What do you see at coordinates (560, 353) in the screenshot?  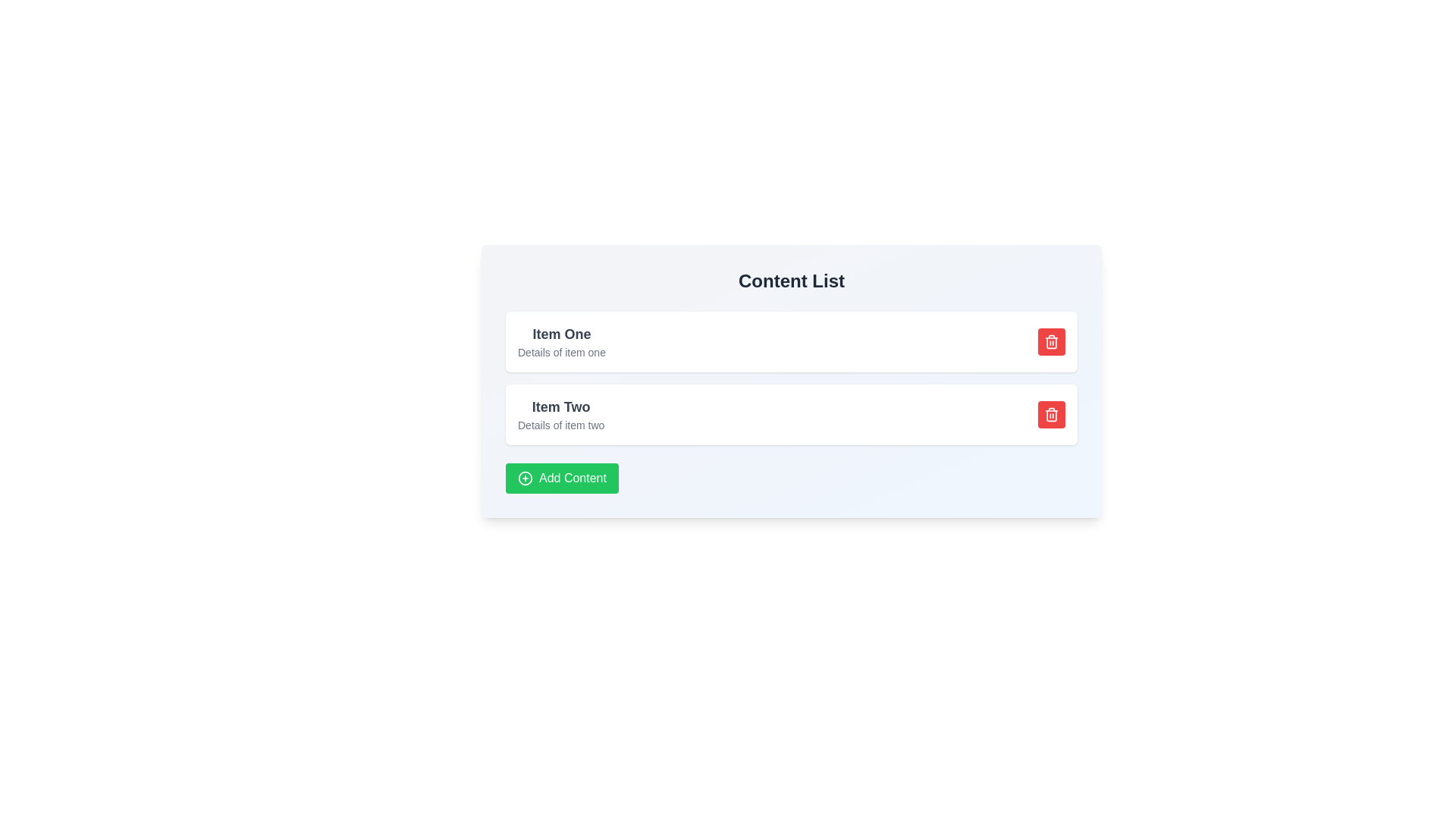 I see `the text snippet reading 'Details of item one', which is styled in a smaller font size and light gray color, located directly below the 'Item One' title text` at bounding box center [560, 353].